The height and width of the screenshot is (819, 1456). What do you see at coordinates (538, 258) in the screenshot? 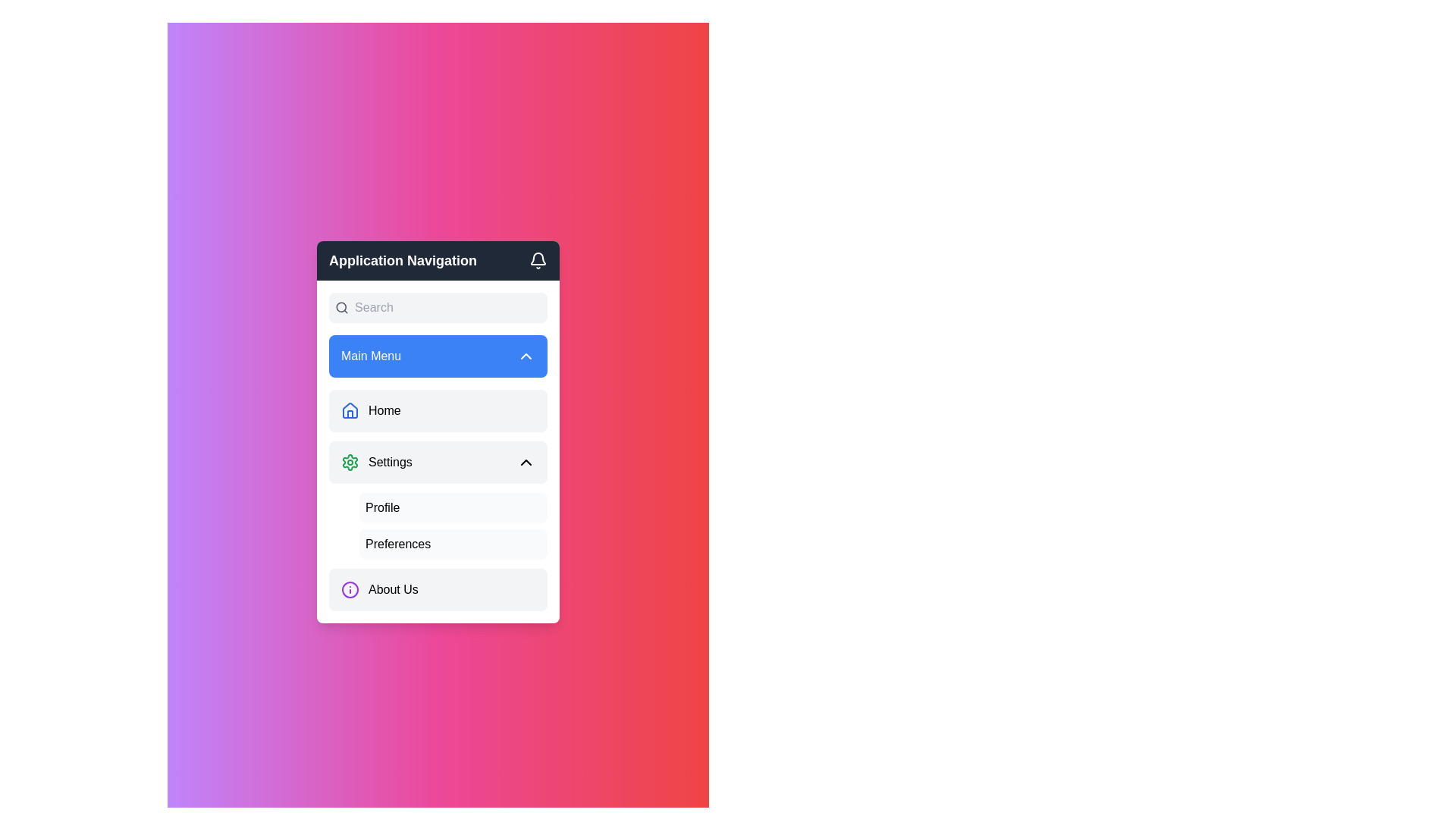
I see `on the bell icon located at the top-right corner of the header section` at bounding box center [538, 258].